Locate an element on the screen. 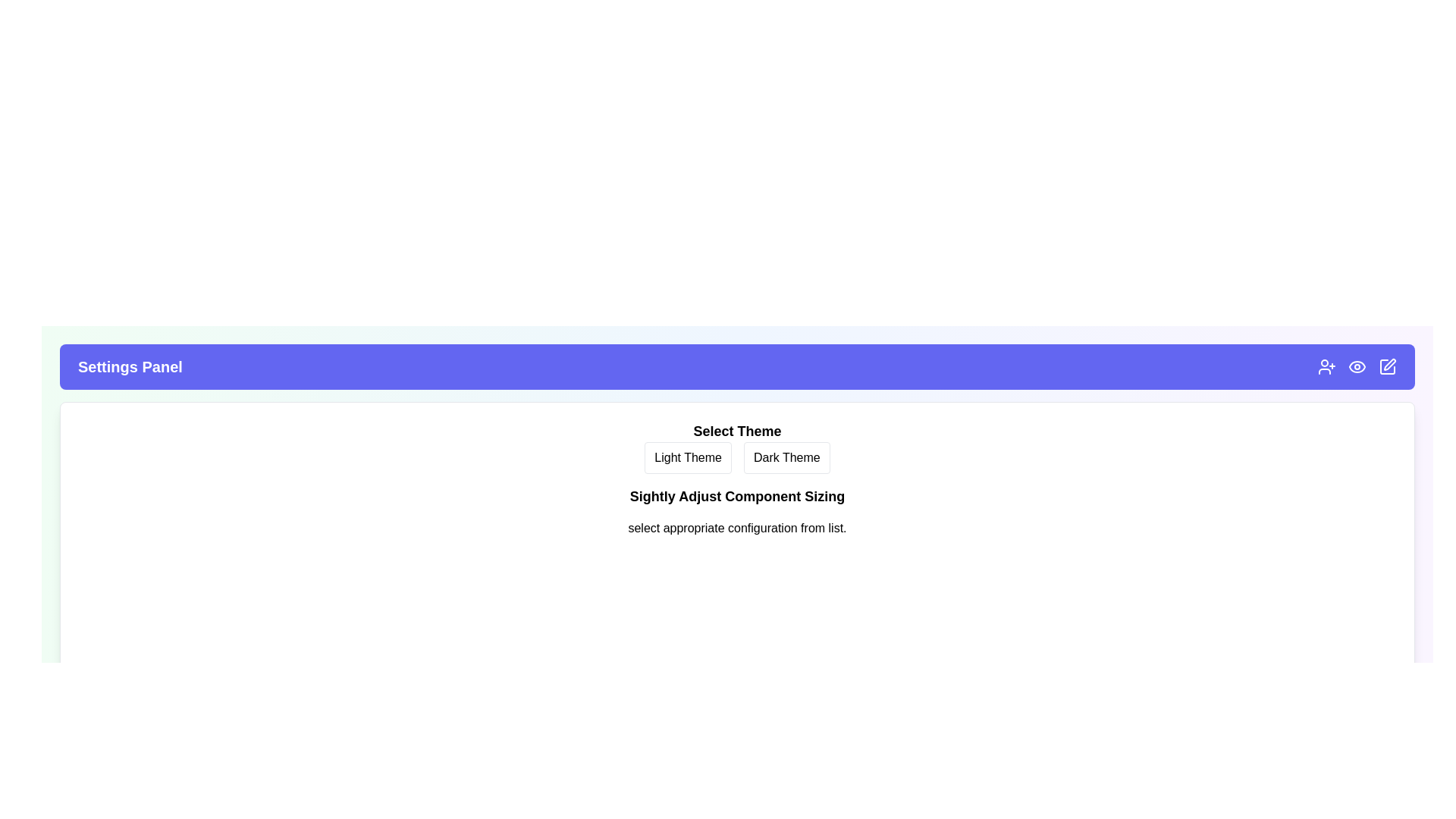 The image size is (1456, 819). text label that says 'select appropriate configuration from list.' which is positioned directly below the text 'Sightly Adjust Component Sizing.' is located at coordinates (737, 528).